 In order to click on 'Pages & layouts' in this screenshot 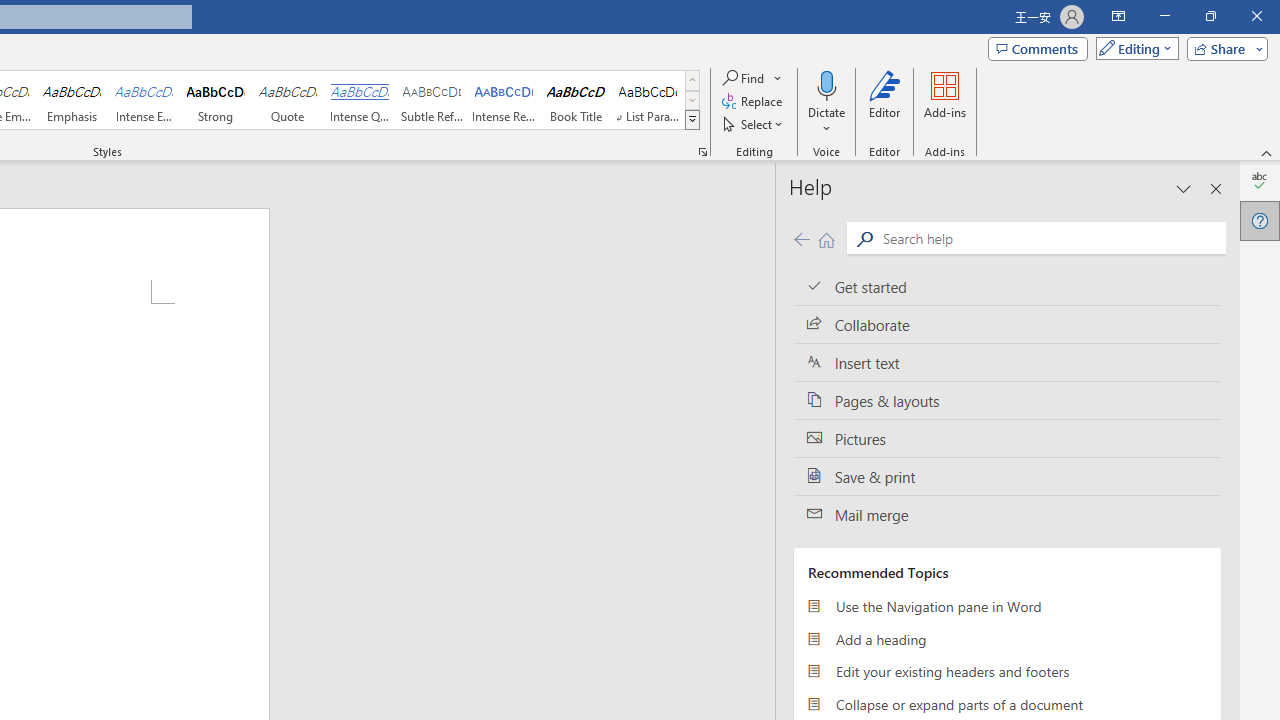, I will do `click(1007, 401)`.